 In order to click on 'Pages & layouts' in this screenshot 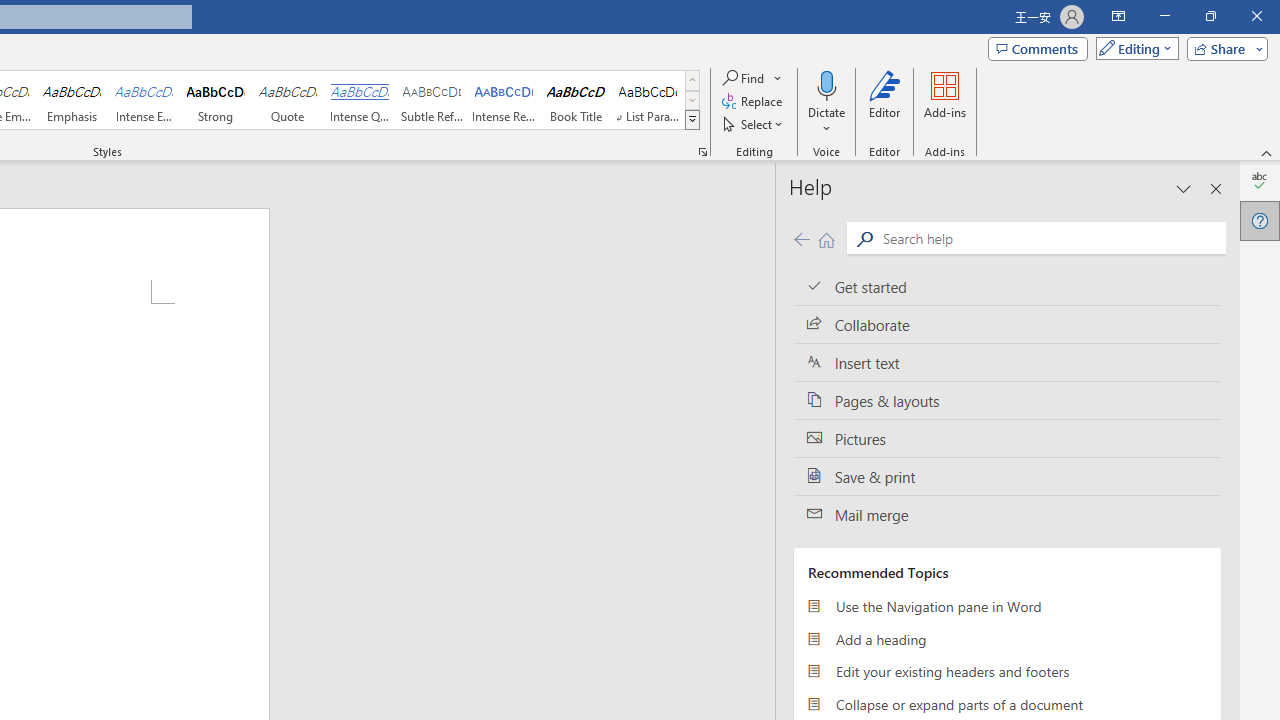, I will do `click(1007, 401)`.